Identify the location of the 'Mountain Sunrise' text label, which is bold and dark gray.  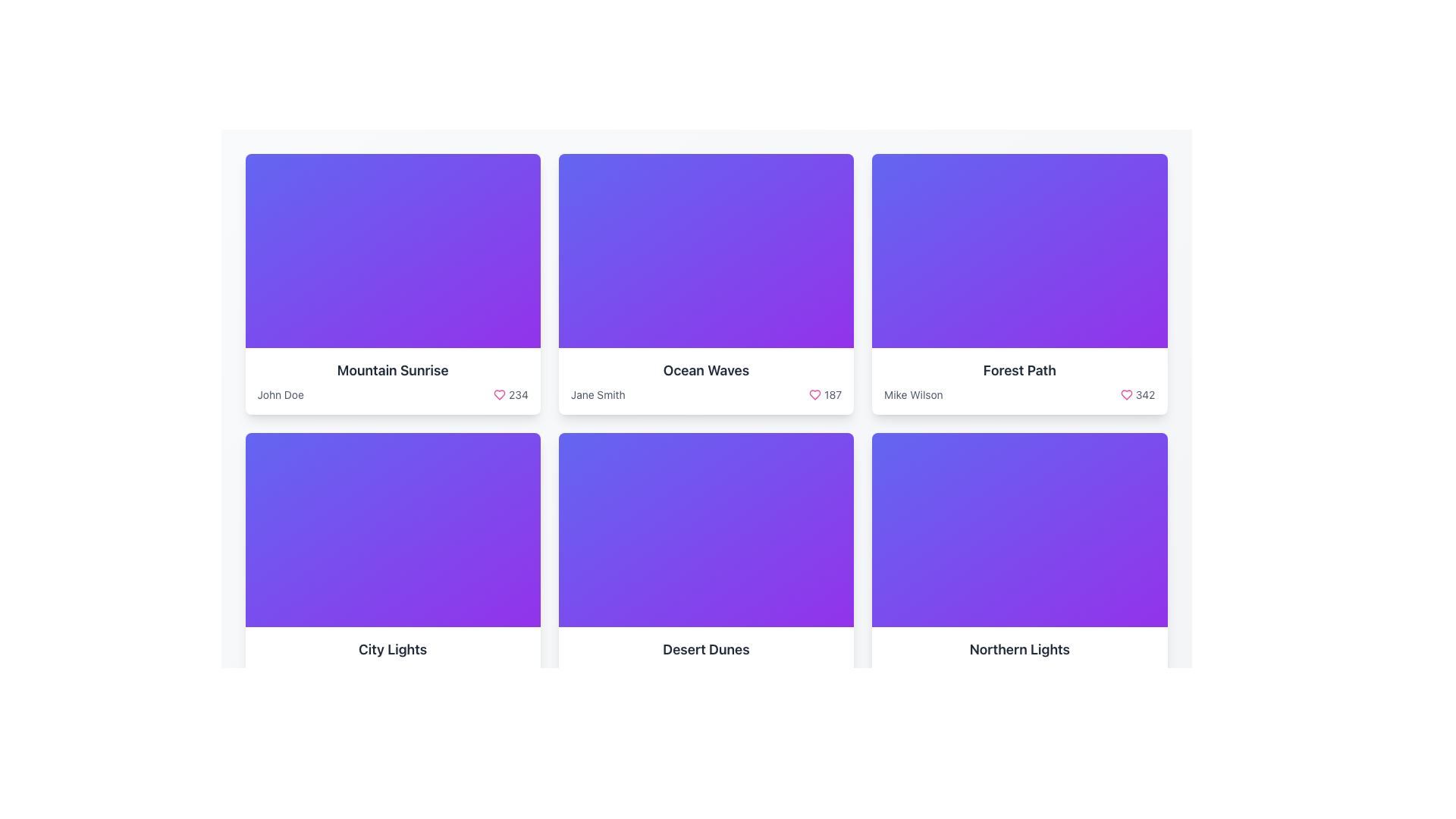
(393, 371).